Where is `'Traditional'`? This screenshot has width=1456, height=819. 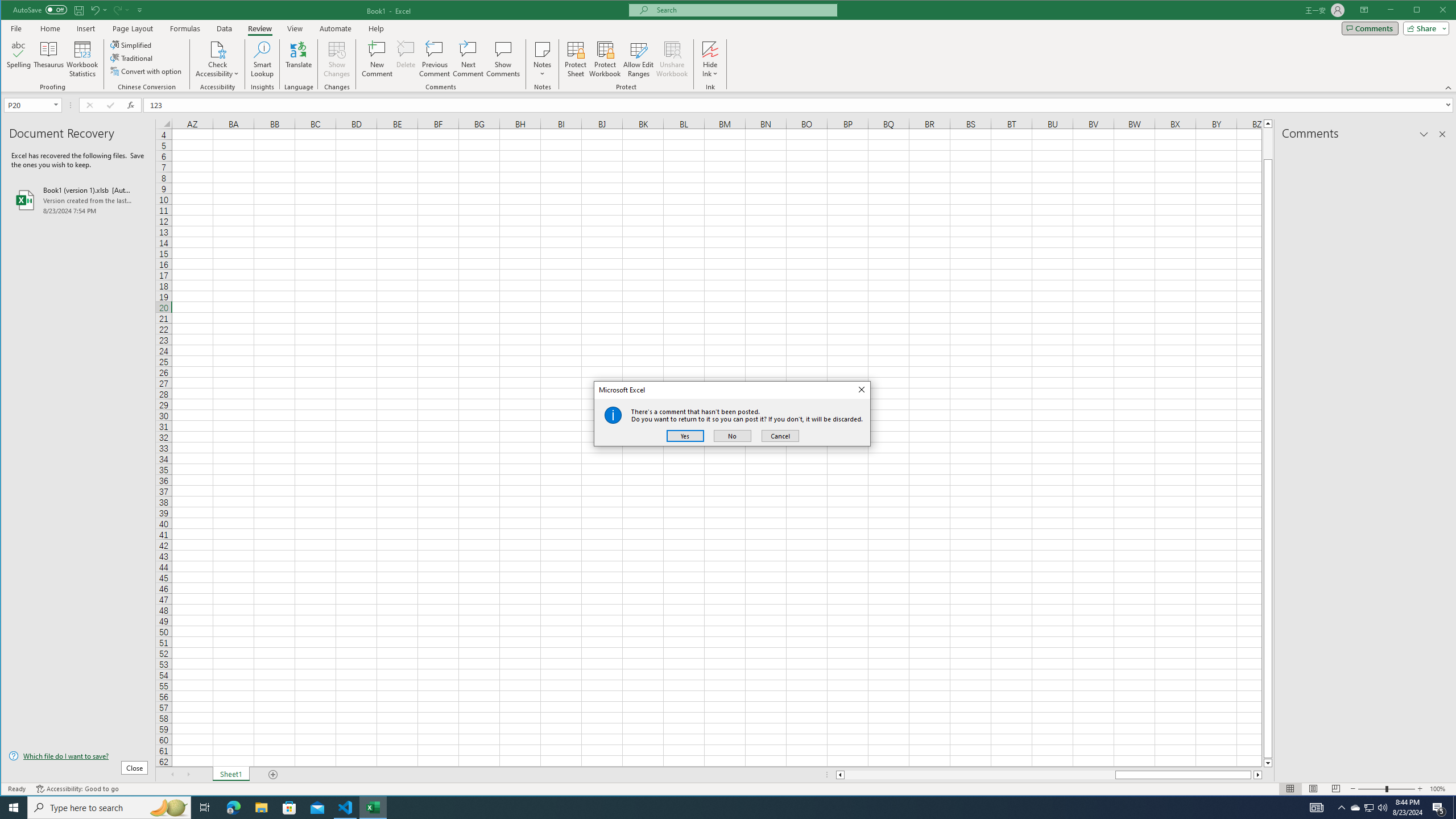 'Traditional' is located at coordinates (132, 58).